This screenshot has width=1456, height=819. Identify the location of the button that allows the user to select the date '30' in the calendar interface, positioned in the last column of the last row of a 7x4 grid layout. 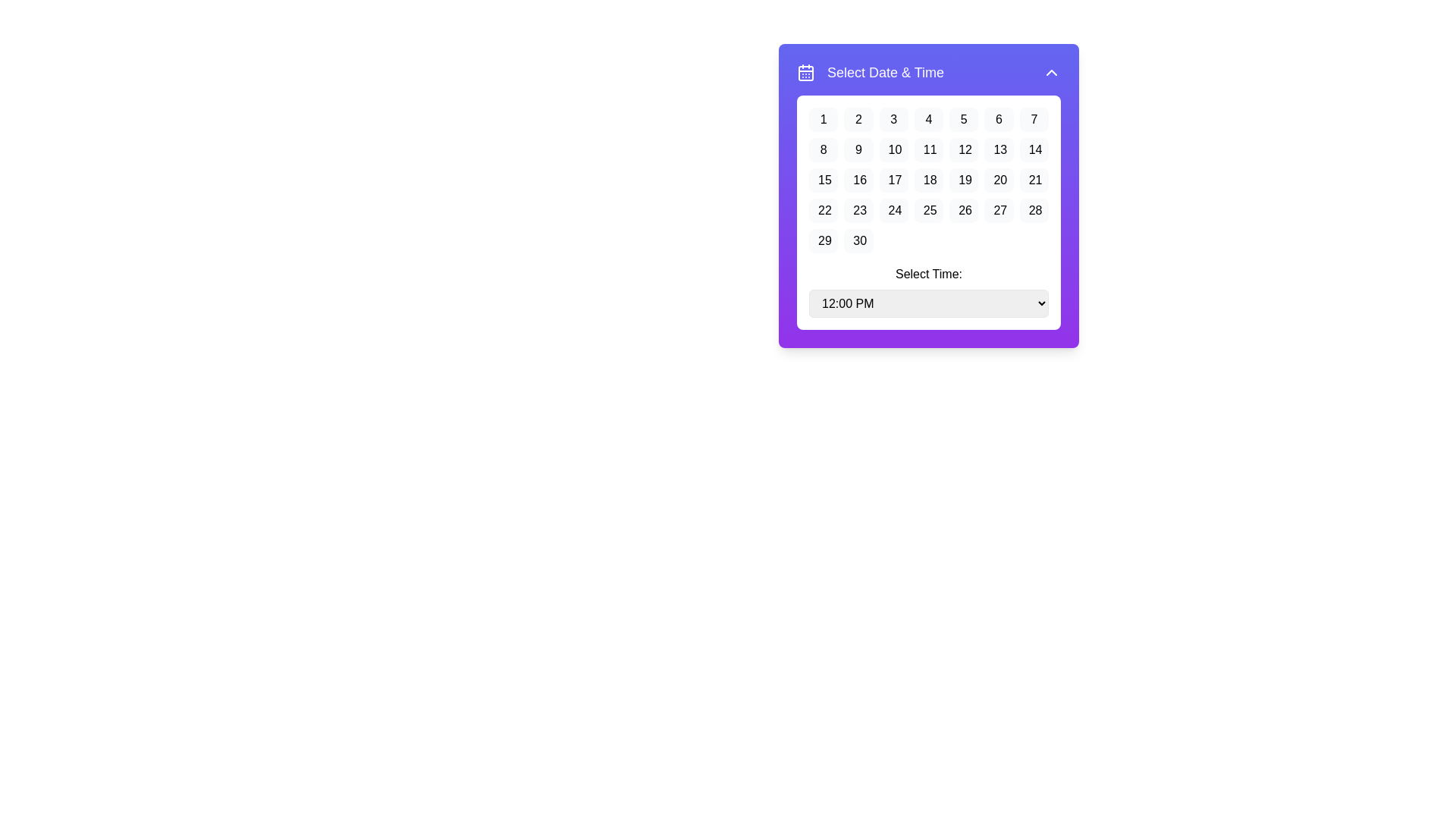
(858, 240).